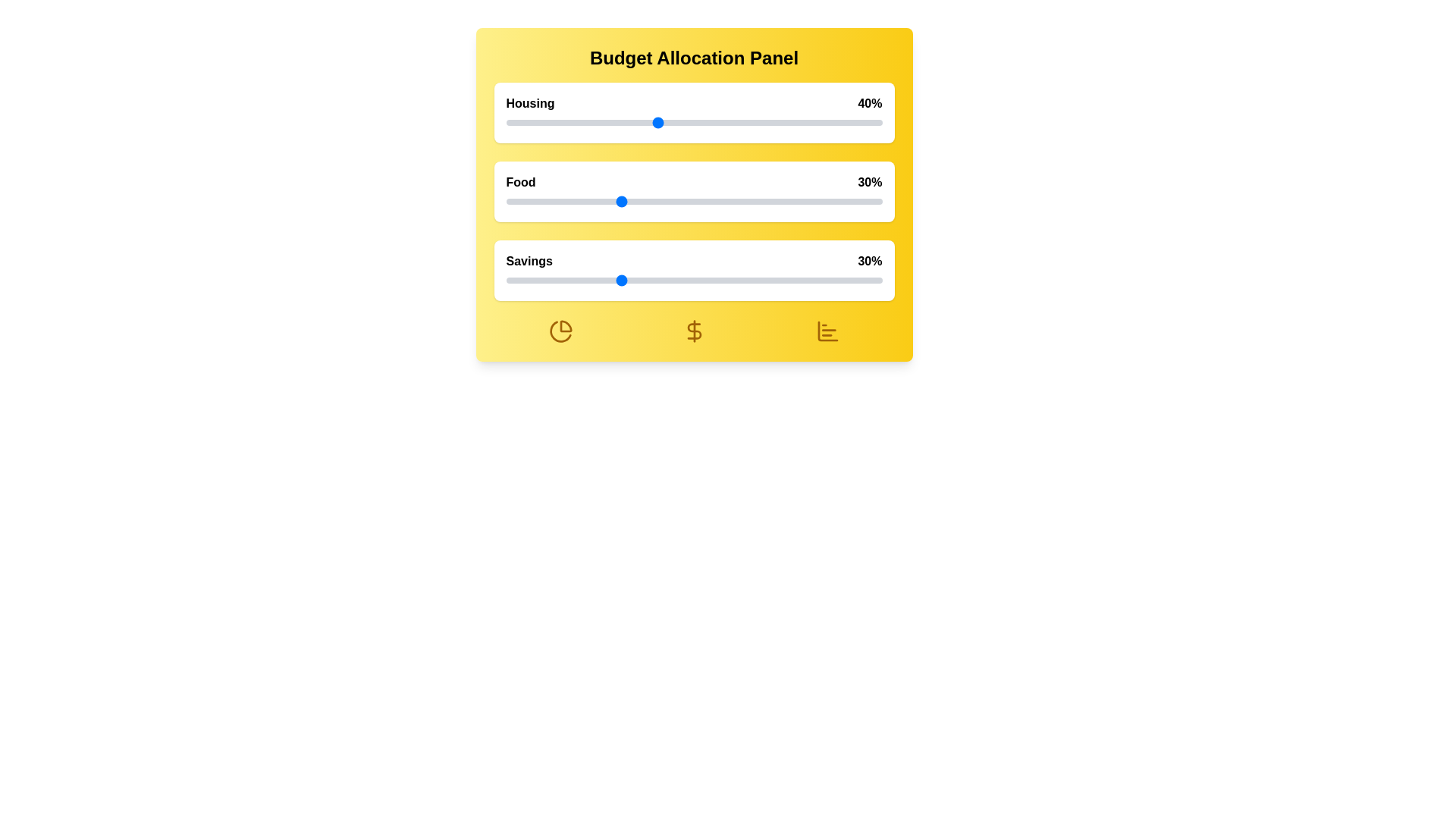 Image resolution: width=1456 pixels, height=819 pixels. I want to click on the curvy part of the dollar sign icon located centrally in the bottom section of the panel, so click(693, 330).